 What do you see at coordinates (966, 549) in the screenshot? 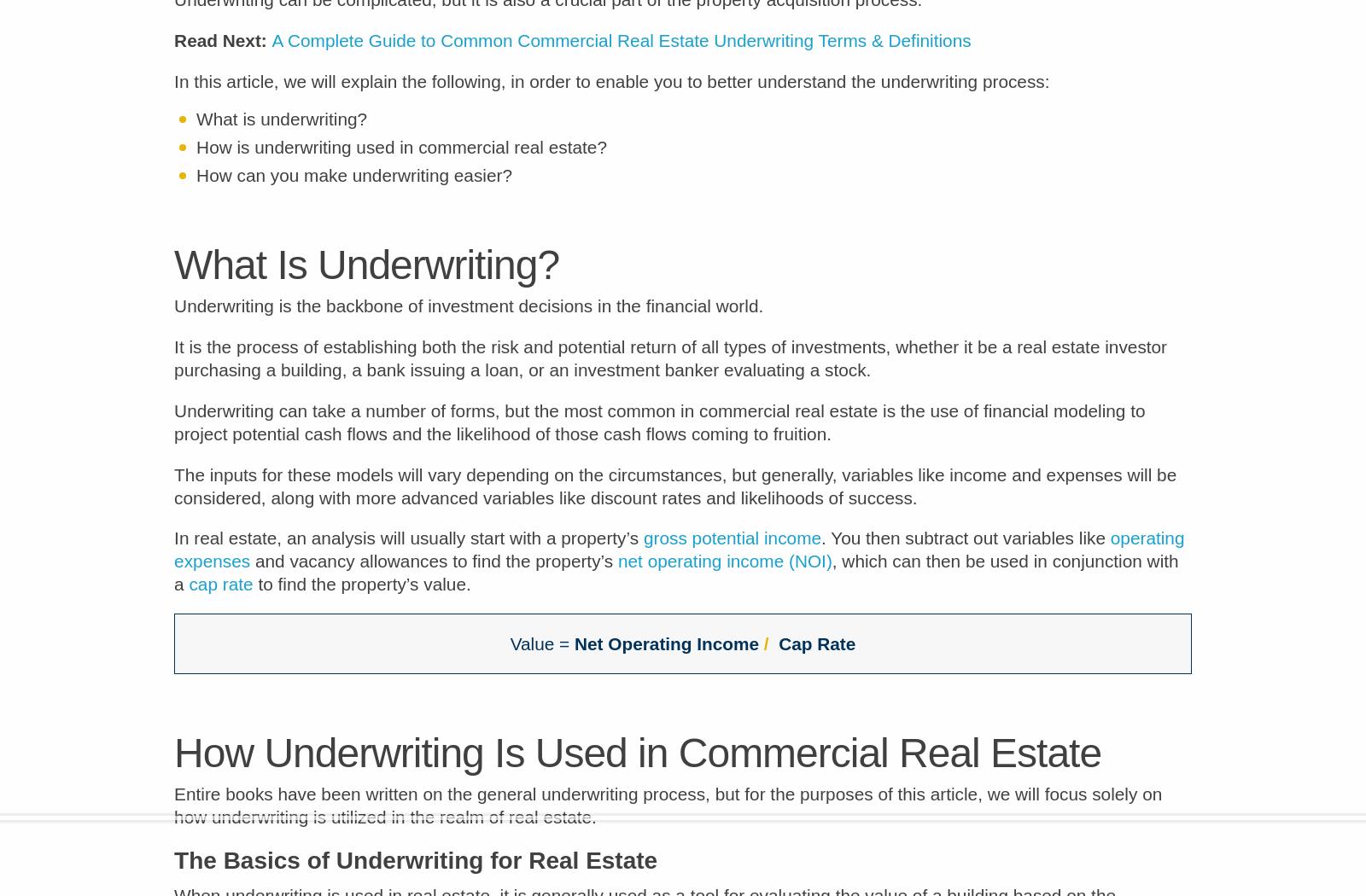
I see `'. You then subtract out variables like'` at bounding box center [966, 549].